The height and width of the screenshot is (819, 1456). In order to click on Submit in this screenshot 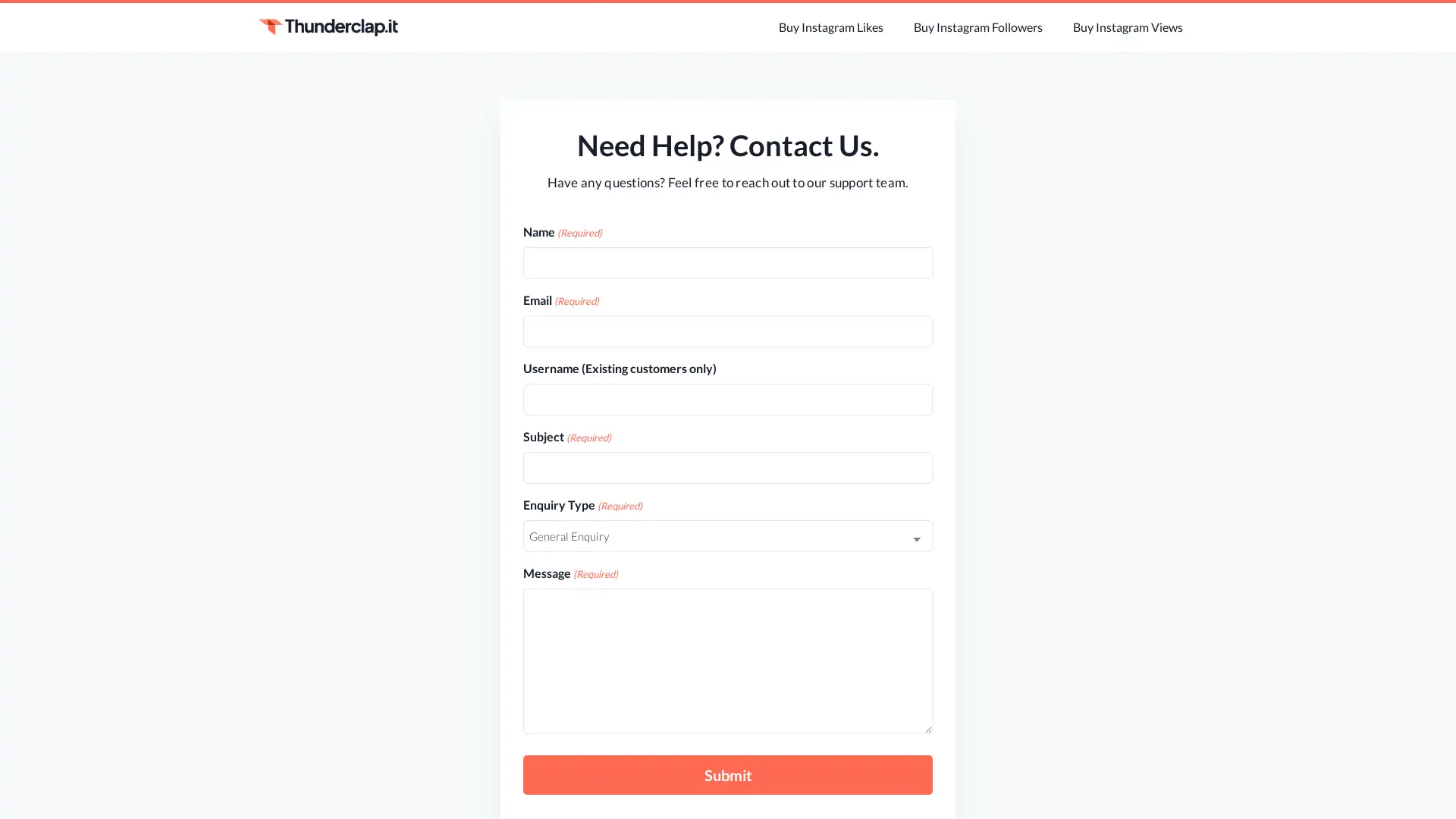, I will do `click(728, 775)`.